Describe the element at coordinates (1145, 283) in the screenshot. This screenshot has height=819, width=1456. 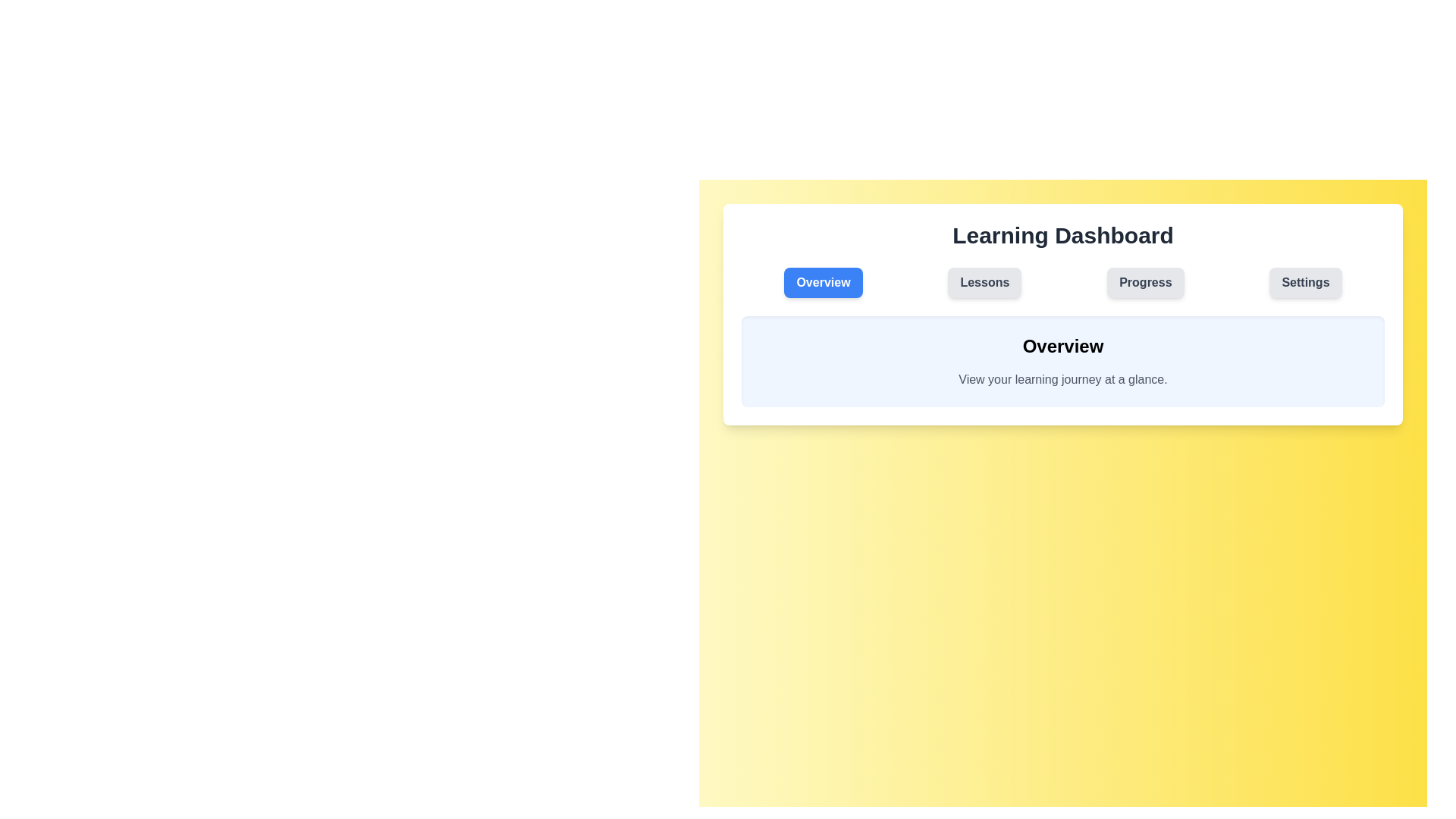
I see `the Progress tab to view its content` at that location.